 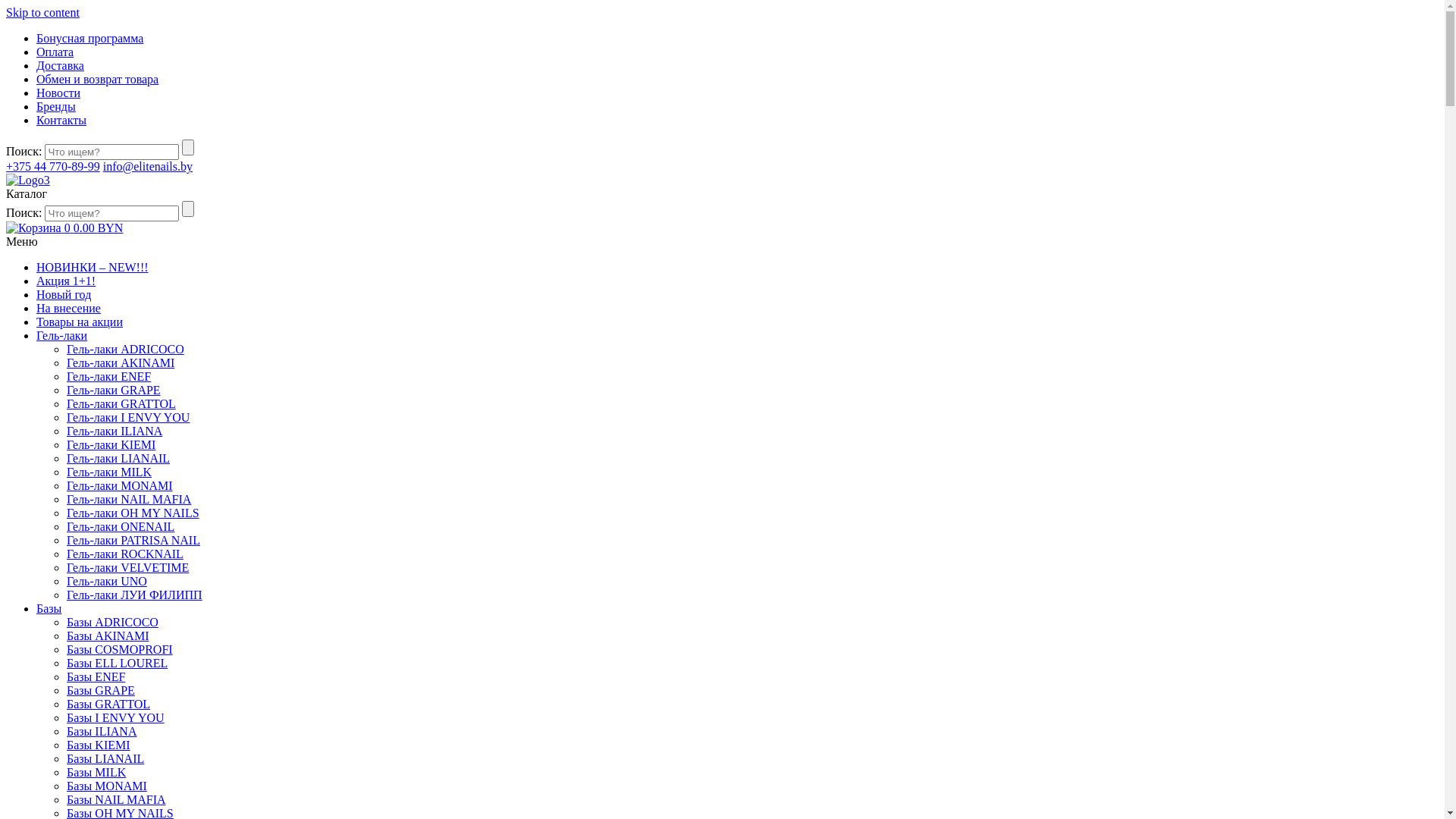 I want to click on '0 0.00 BYN', so click(x=6, y=227).